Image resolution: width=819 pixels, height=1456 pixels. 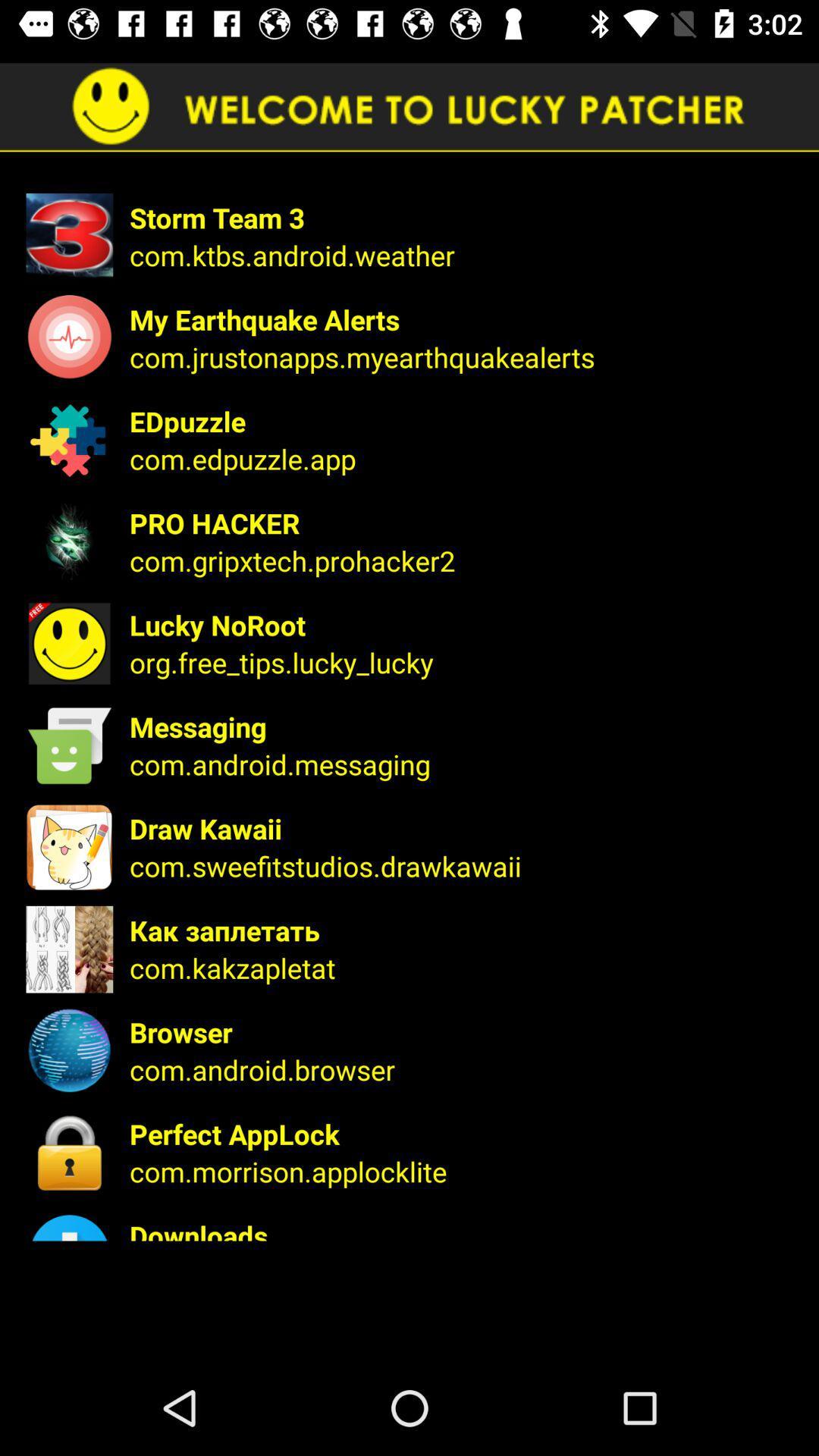 I want to click on pro hacker app, so click(x=463, y=523).